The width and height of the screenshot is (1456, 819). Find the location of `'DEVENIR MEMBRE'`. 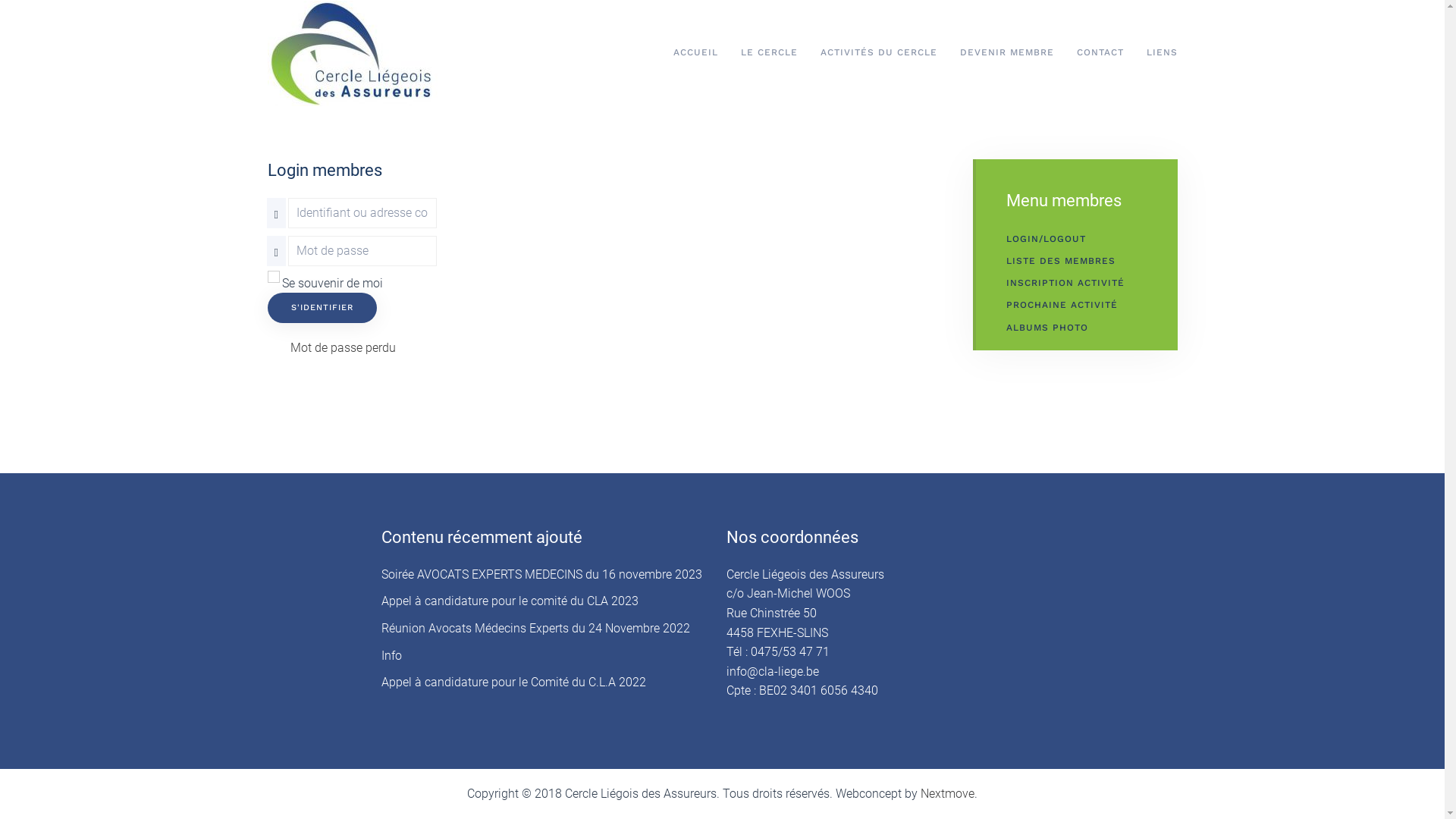

'DEVENIR MEMBRE' is located at coordinates (1006, 52).